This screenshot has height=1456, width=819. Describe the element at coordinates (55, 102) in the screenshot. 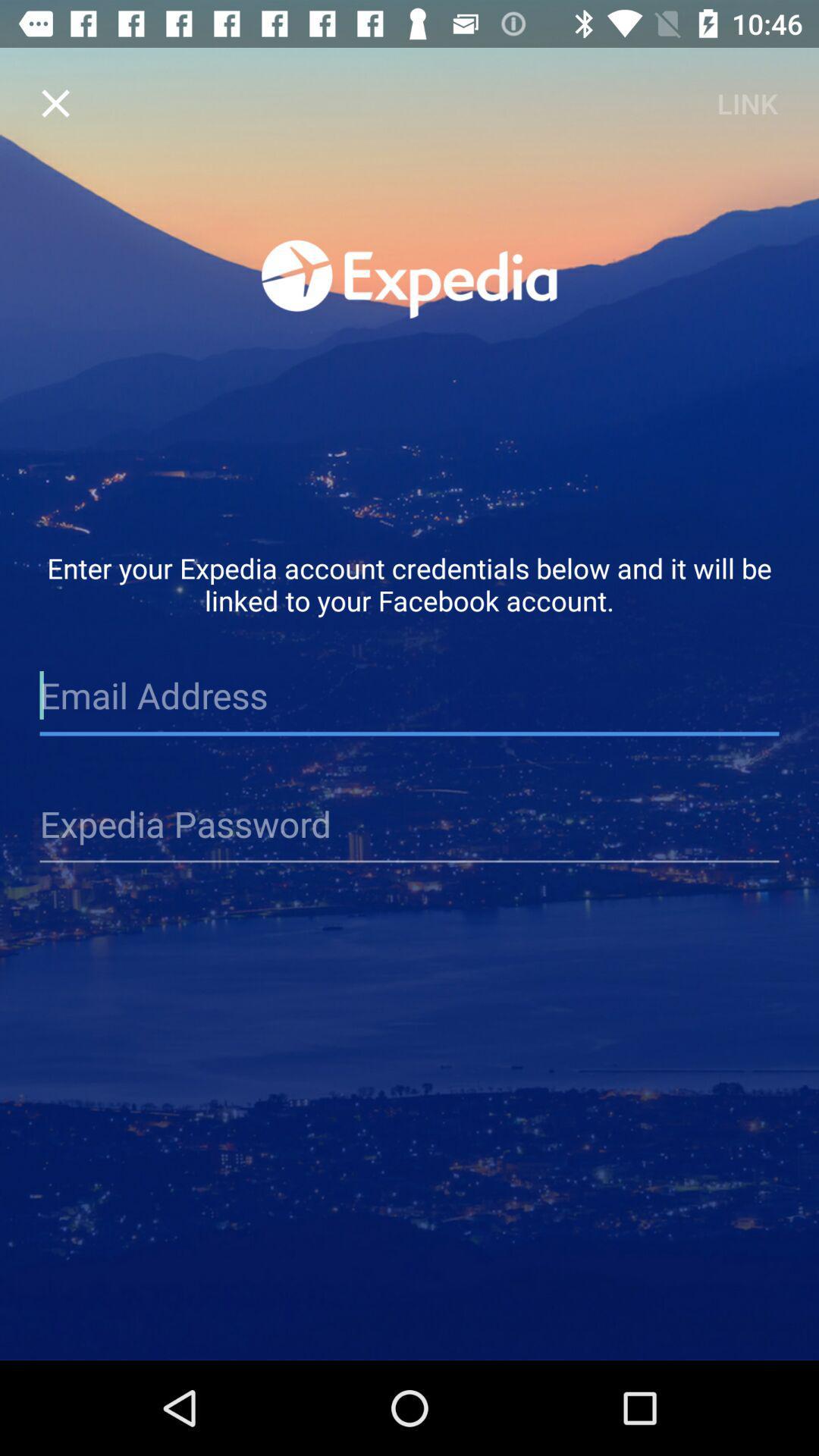

I see `icon at the top left corner` at that location.